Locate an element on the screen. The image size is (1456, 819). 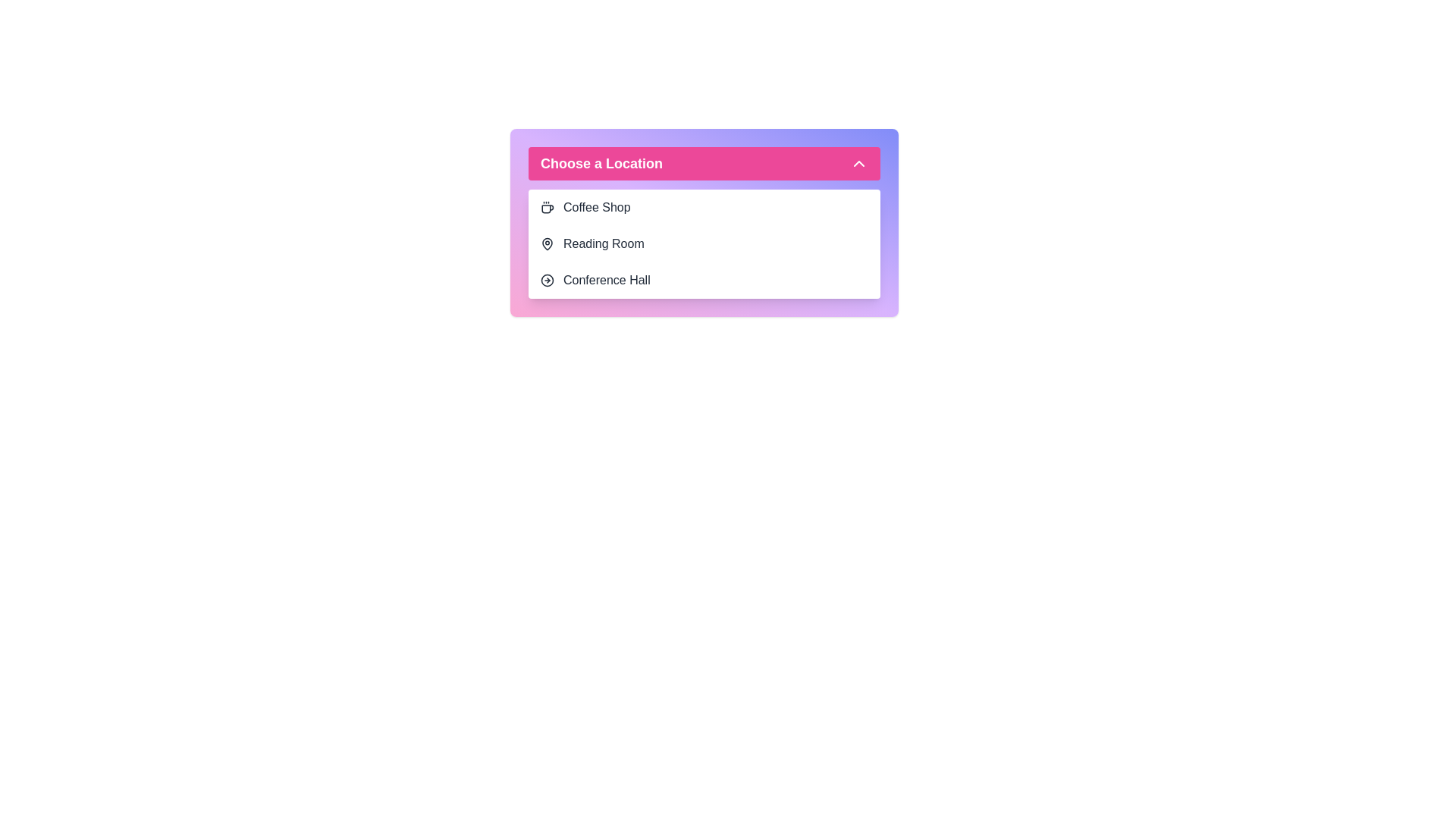
the section Reading Room from the dropdown menu is located at coordinates (704, 243).